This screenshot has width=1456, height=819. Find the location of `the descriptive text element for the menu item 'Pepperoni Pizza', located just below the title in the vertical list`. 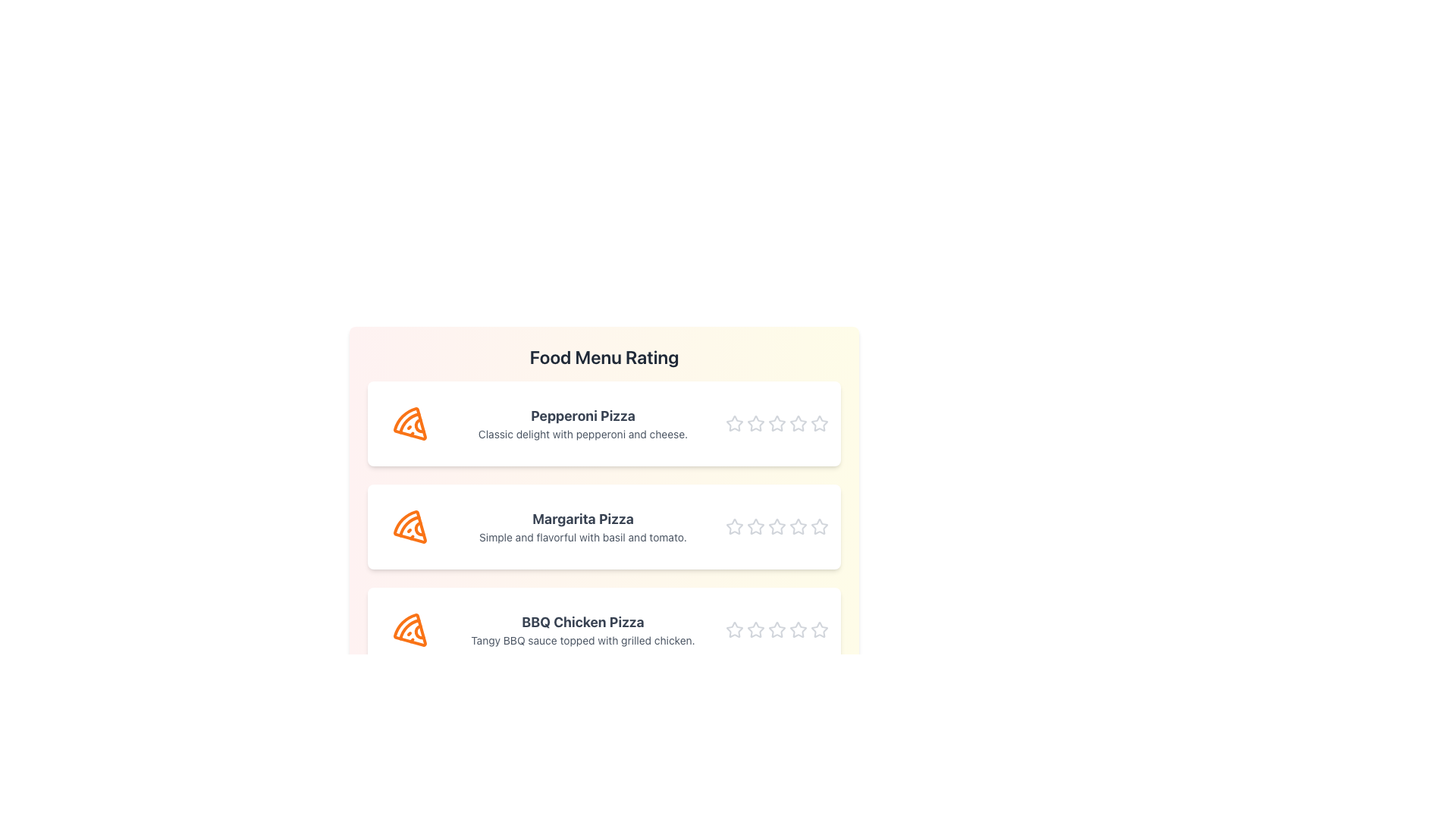

the descriptive text element for the menu item 'Pepperoni Pizza', located just below the title in the vertical list is located at coordinates (582, 435).